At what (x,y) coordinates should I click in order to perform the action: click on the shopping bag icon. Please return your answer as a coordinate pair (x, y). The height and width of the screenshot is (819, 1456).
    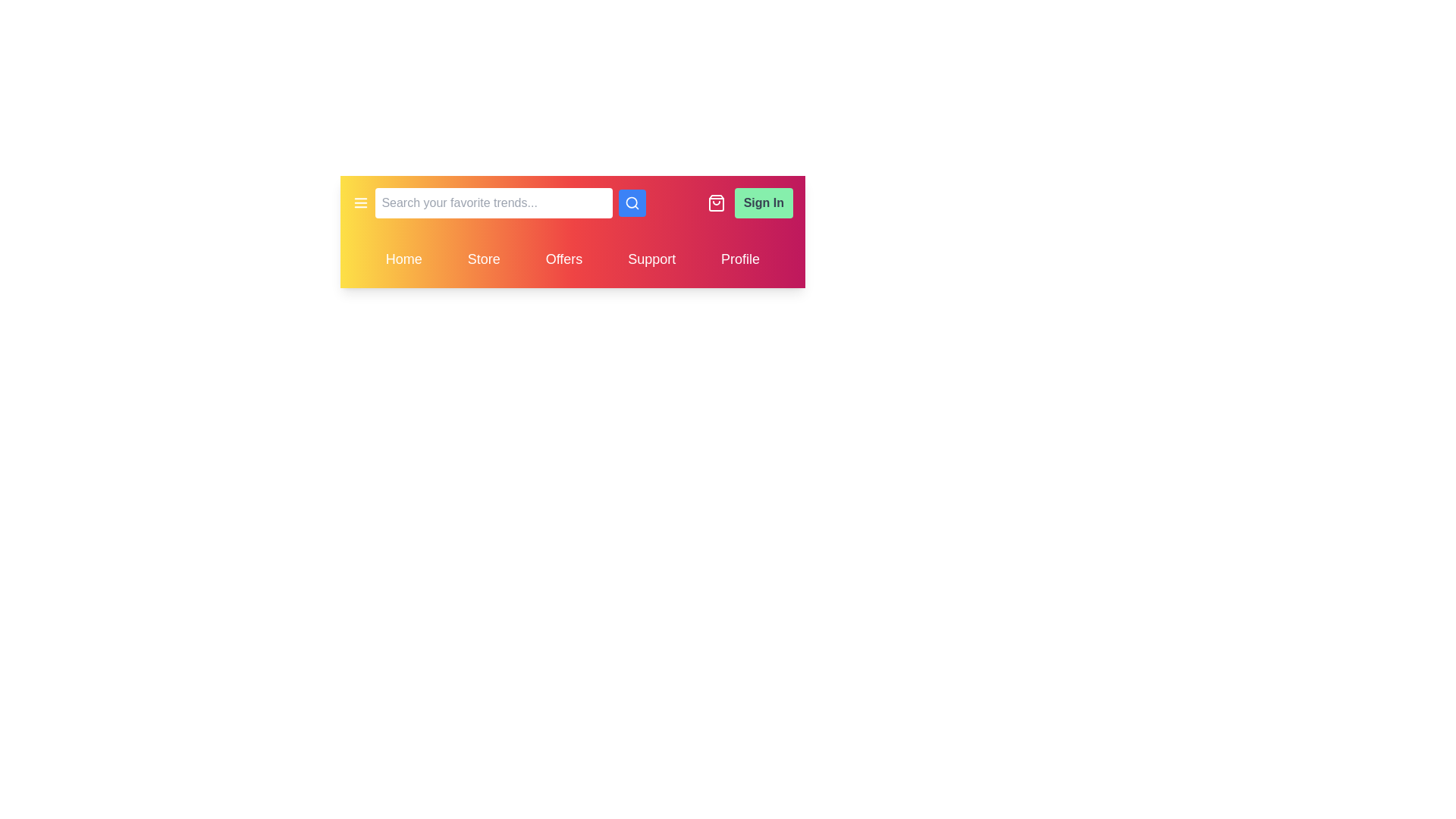
    Looking at the image, I should click on (715, 202).